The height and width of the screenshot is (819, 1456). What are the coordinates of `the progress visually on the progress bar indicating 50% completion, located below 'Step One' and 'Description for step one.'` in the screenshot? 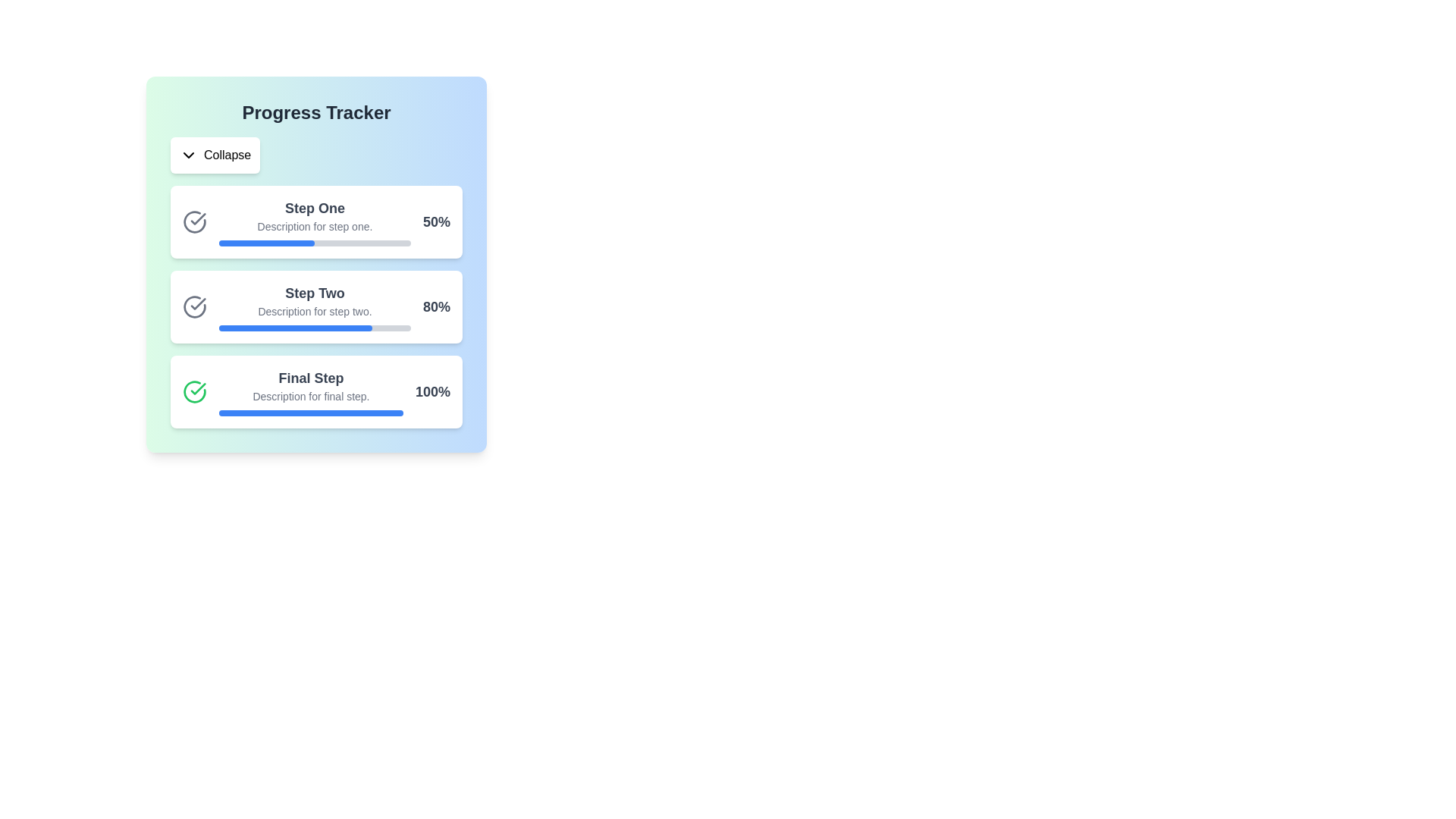 It's located at (314, 242).